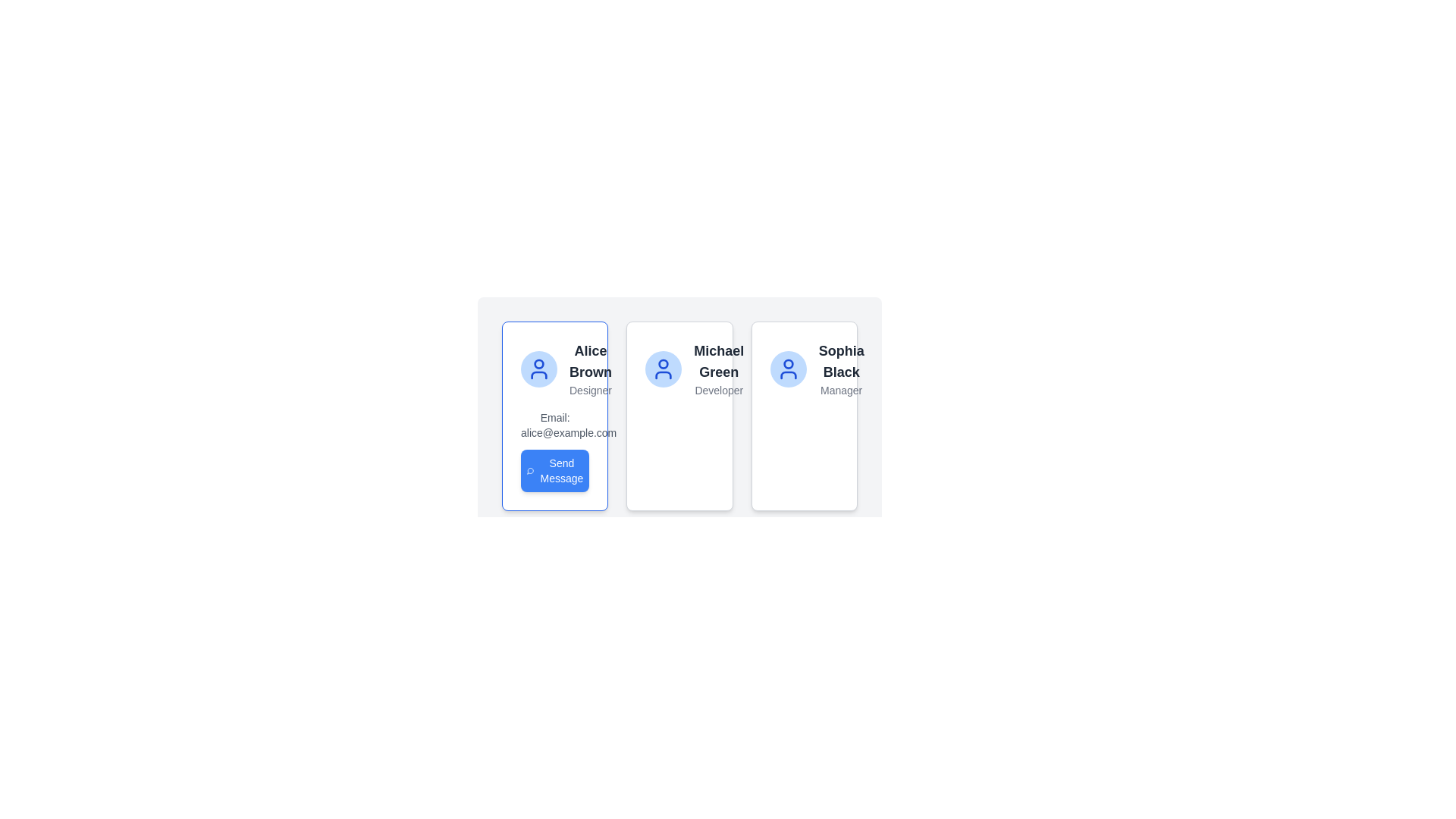  I want to click on the circular graphic with a blue stroke located at the top of the user profile icon in the card labeled 'Michael Green', so click(664, 364).